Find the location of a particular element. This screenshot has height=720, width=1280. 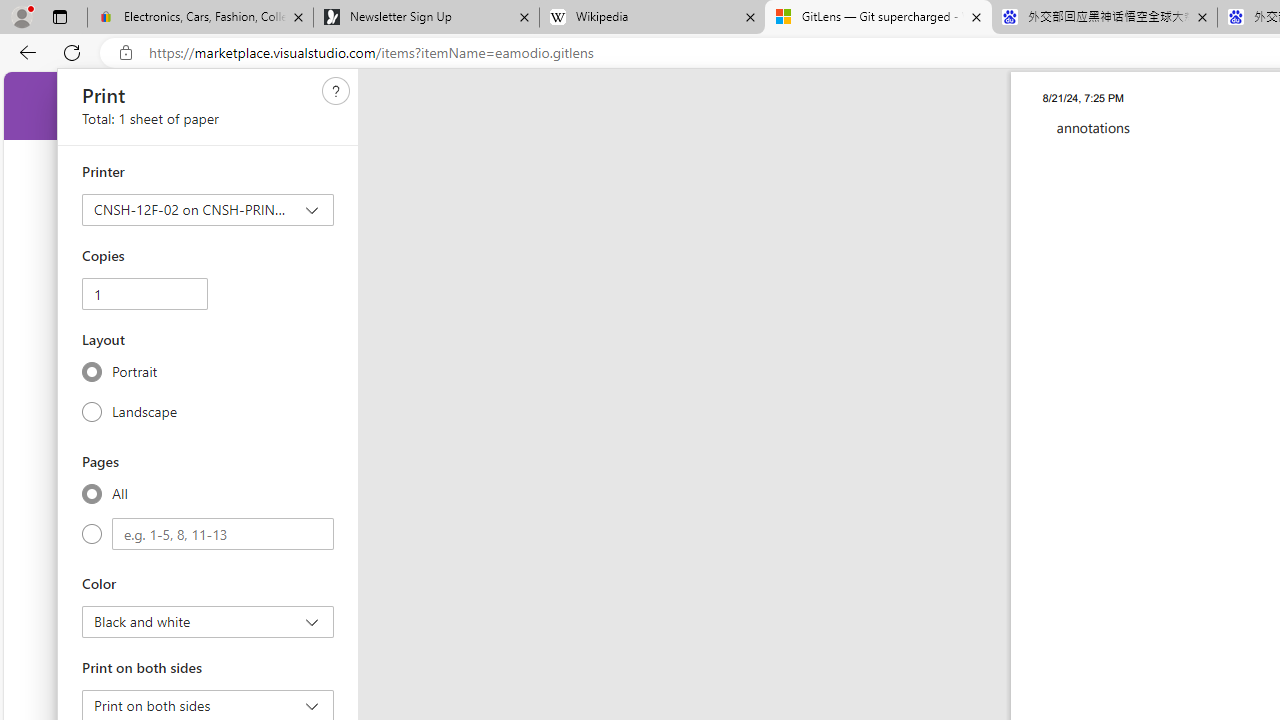

'Class: c0129' is located at coordinates (336, 91).